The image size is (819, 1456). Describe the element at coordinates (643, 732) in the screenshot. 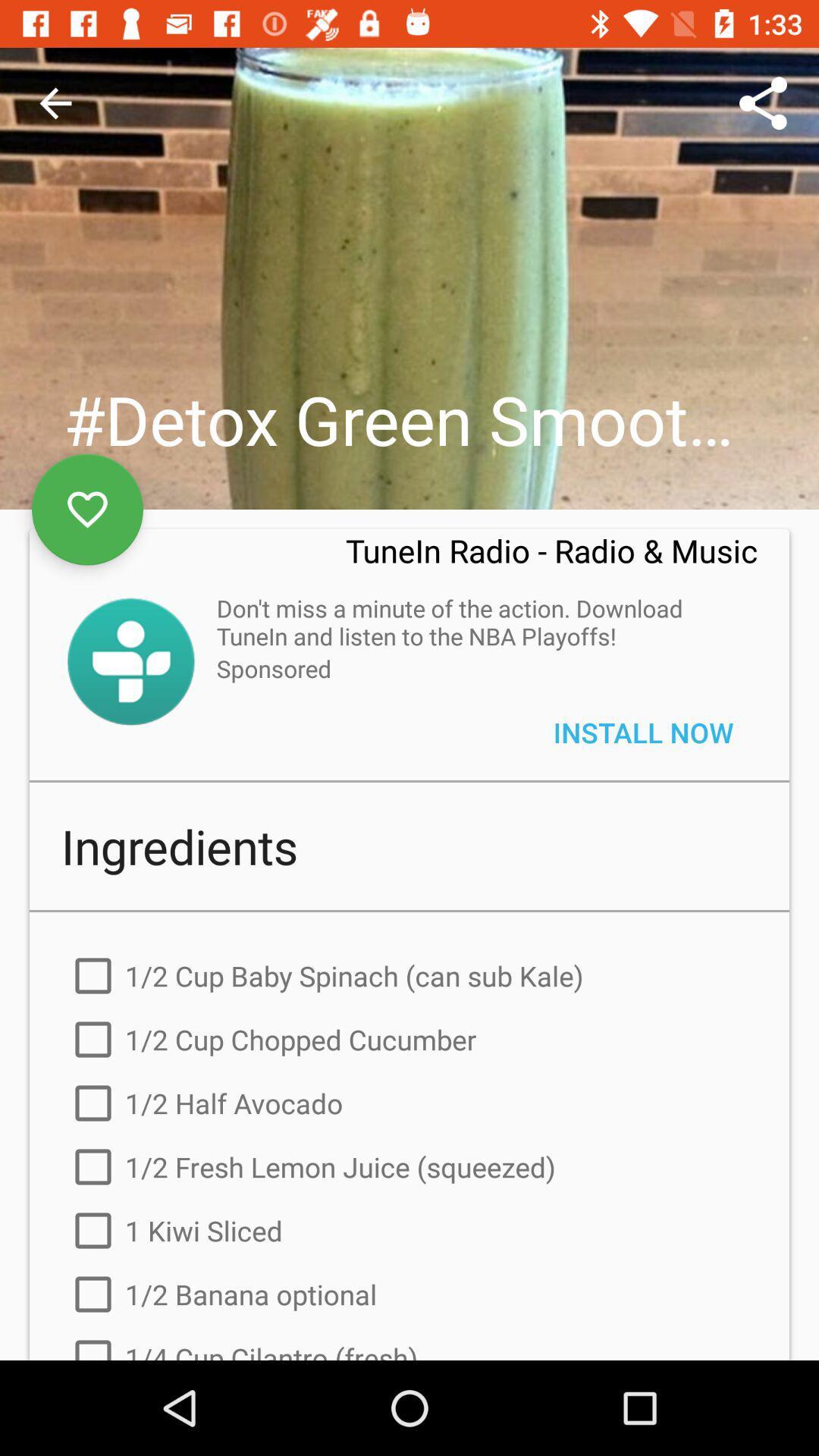

I see `item to the right of sponsored icon` at that location.